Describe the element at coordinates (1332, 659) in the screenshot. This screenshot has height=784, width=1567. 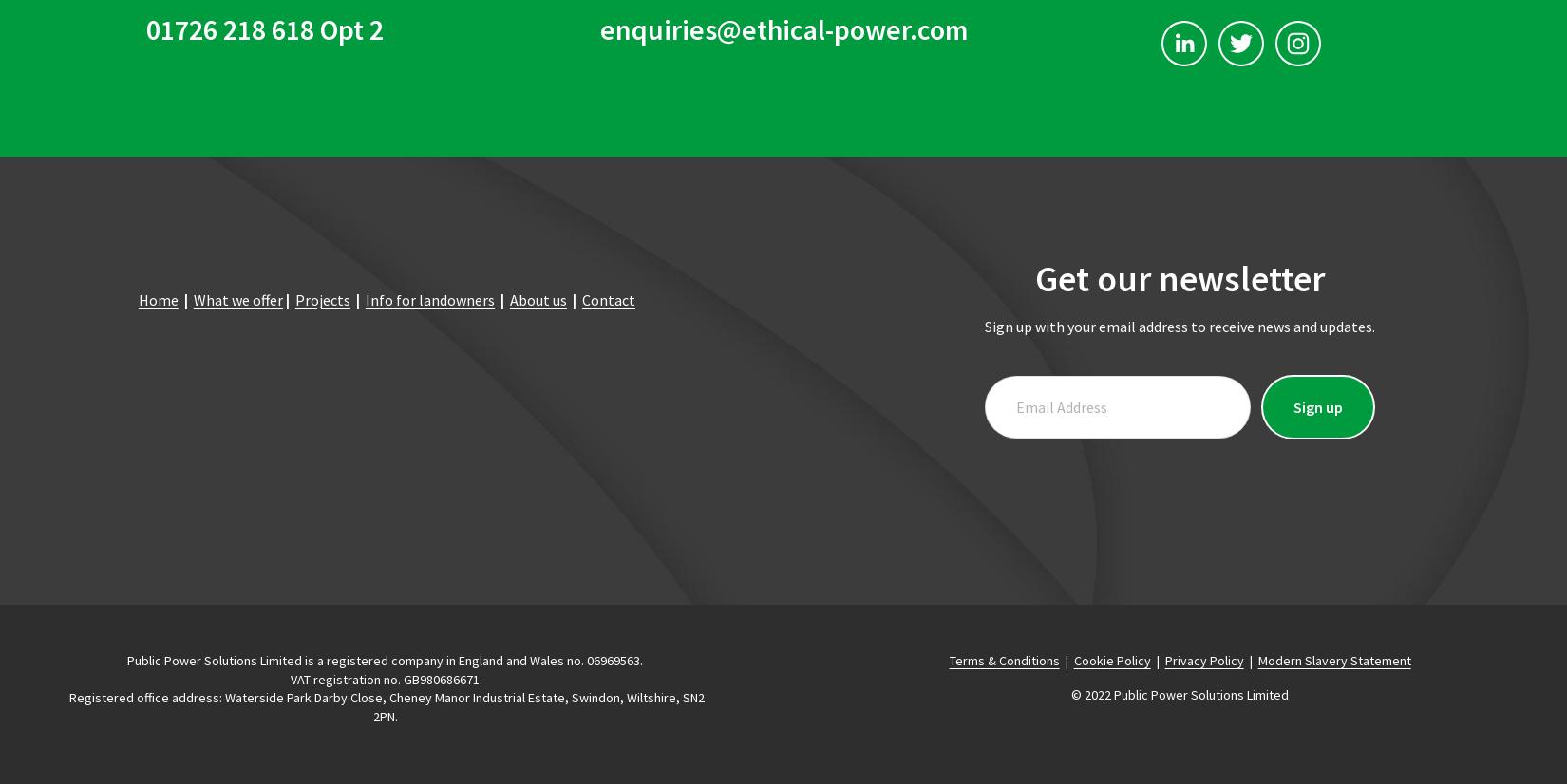
I see `'Modern Slavery Statement'` at that location.